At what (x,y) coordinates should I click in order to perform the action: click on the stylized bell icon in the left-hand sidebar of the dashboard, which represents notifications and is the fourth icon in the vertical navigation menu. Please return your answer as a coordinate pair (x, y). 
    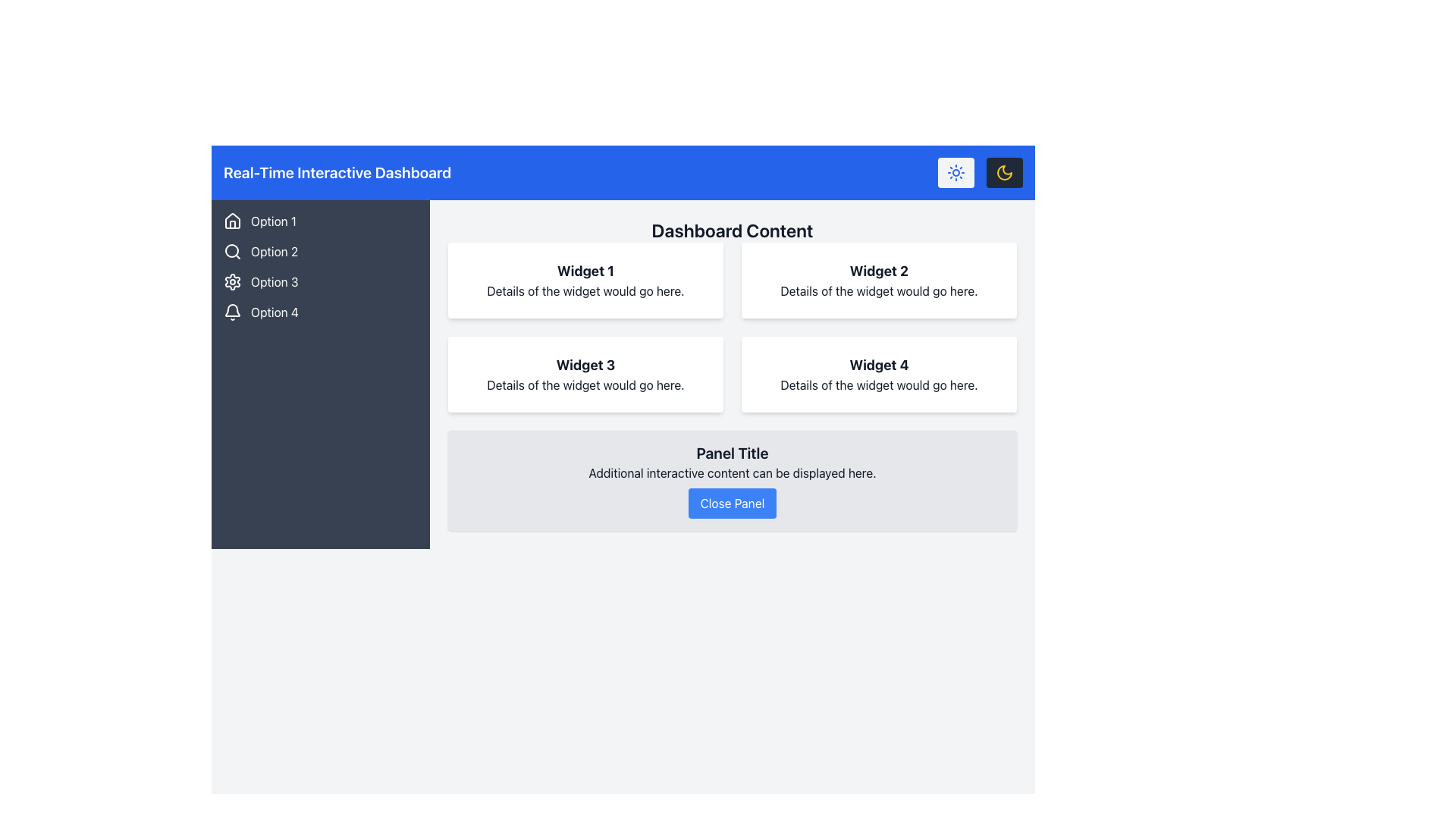
    Looking at the image, I should click on (232, 309).